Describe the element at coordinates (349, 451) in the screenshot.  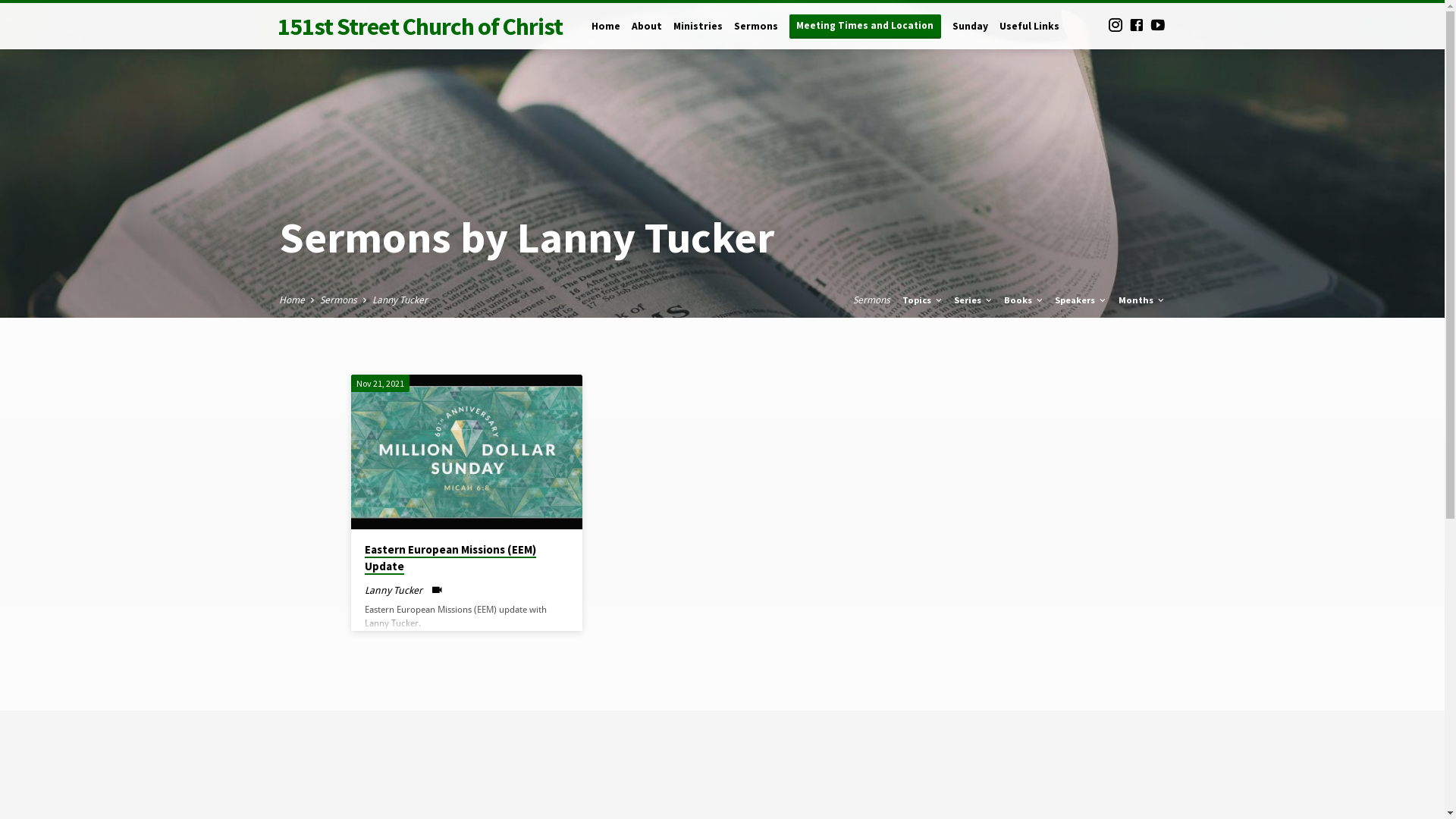
I see `'Eastern European Missions (EEM) Update'` at that location.